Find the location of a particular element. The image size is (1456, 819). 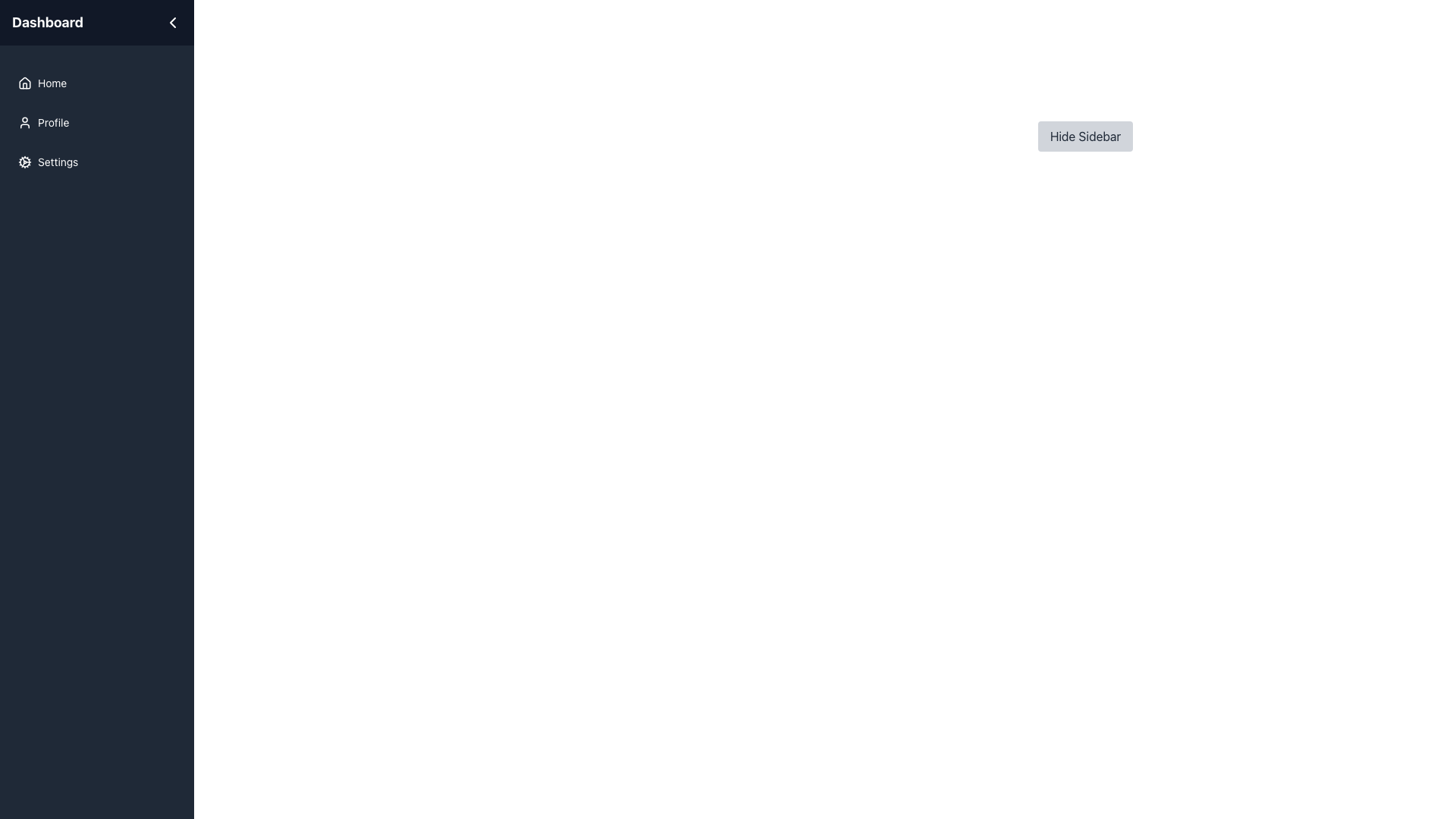

the chevron-shaped left-facing arrow icon located is located at coordinates (172, 23).